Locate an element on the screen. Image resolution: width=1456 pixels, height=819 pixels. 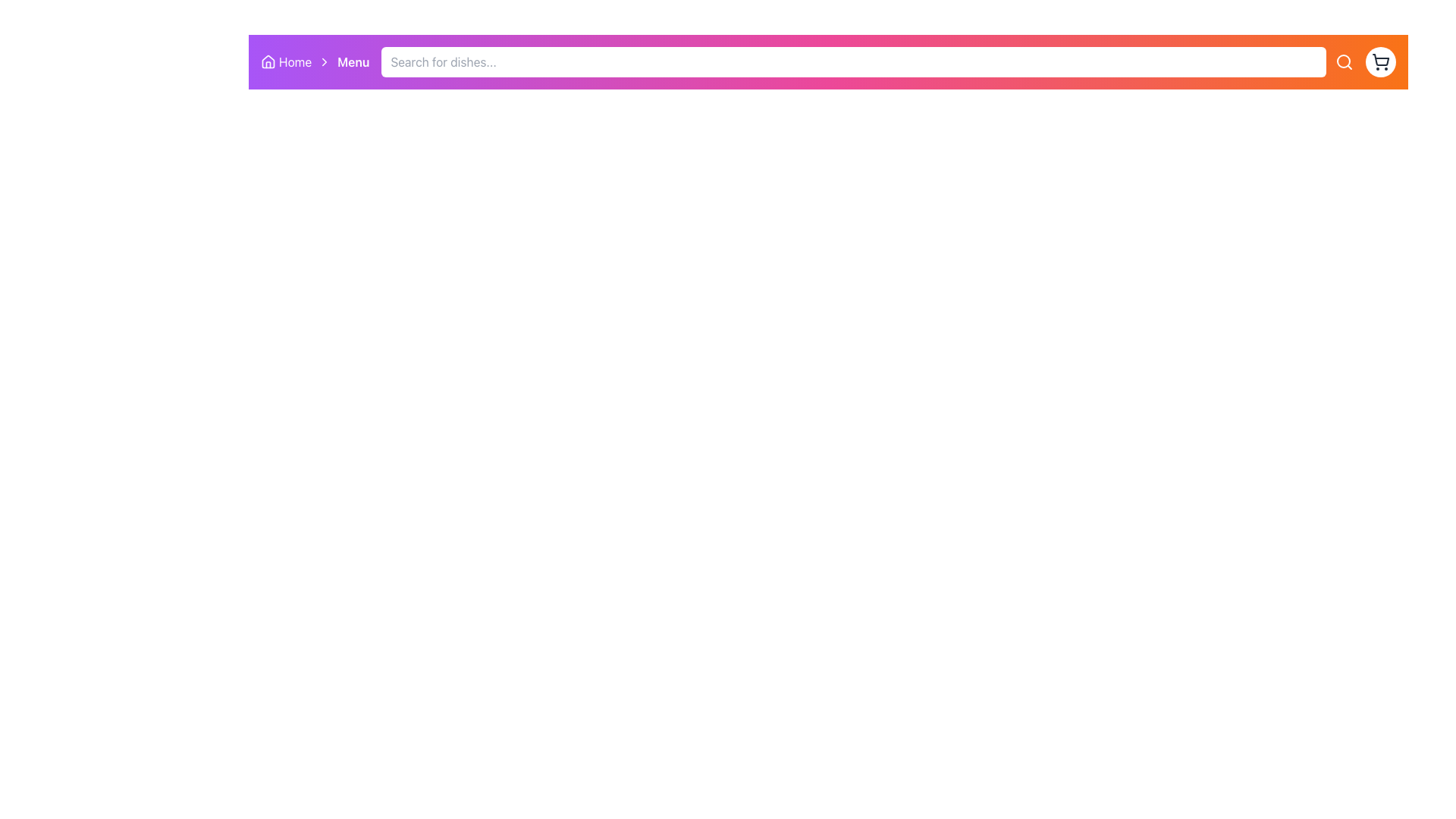
the 'Home' icon in the top-left section of the navigation bar, which serves as a visual representation for navigating to the homepage is located at coordinates (268, 61).